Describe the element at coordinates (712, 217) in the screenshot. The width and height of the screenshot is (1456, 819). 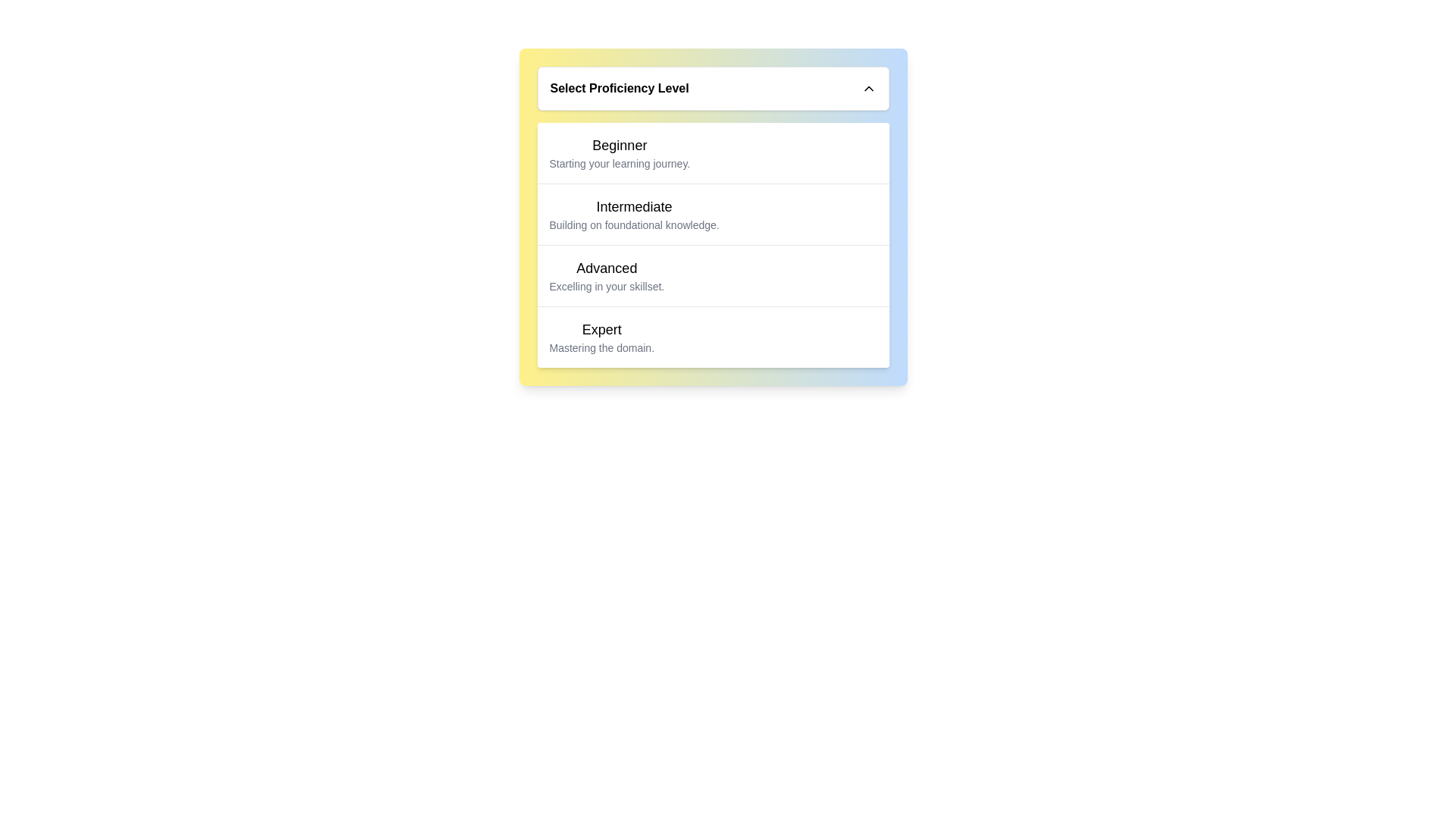
I see `the Dropdown menu which is centrally located and allows users to select a proficiency level` at that location.